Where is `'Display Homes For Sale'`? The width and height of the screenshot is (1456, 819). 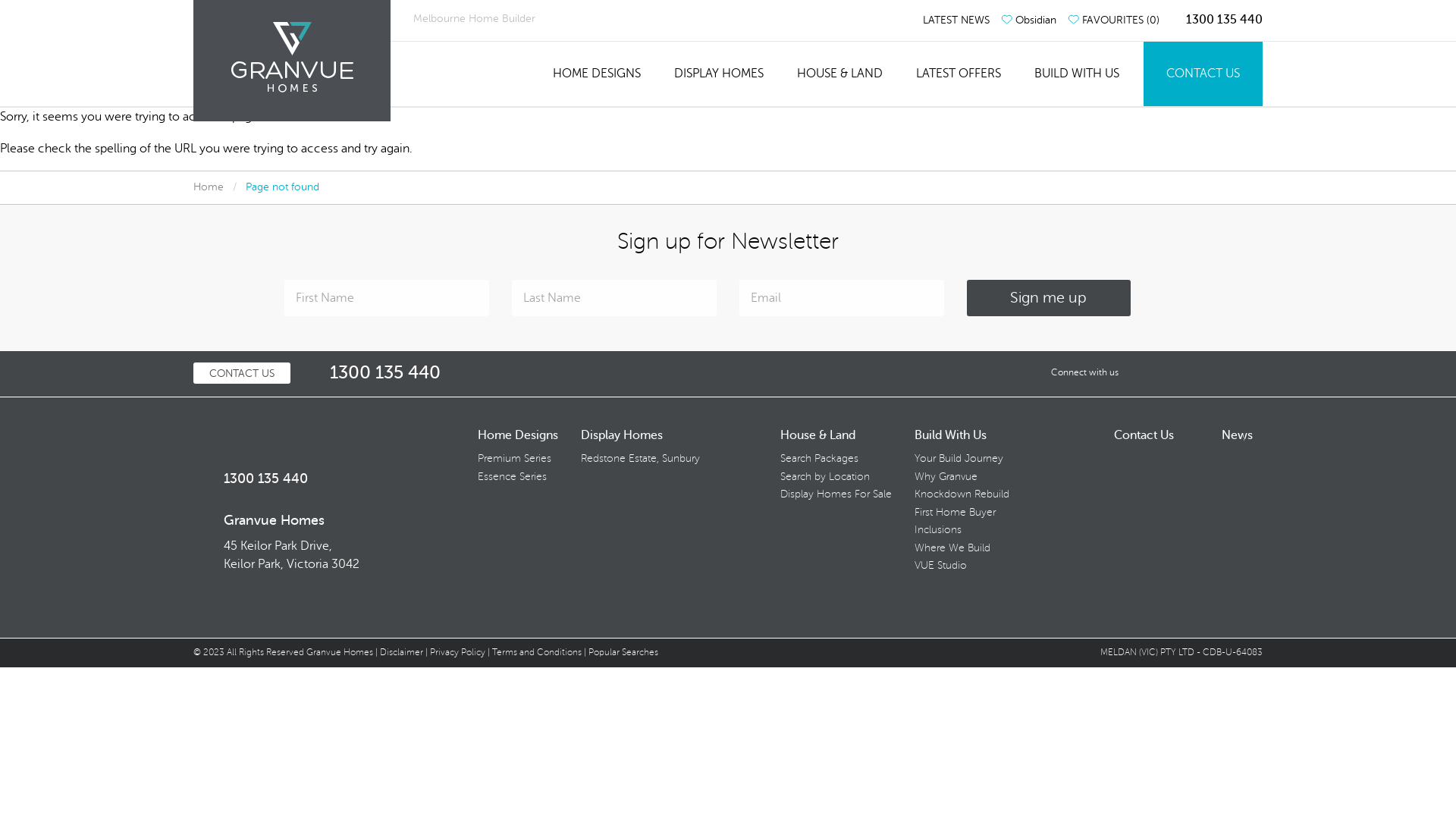
'Display Homes For Sale' is located at coordinates (835, 494).